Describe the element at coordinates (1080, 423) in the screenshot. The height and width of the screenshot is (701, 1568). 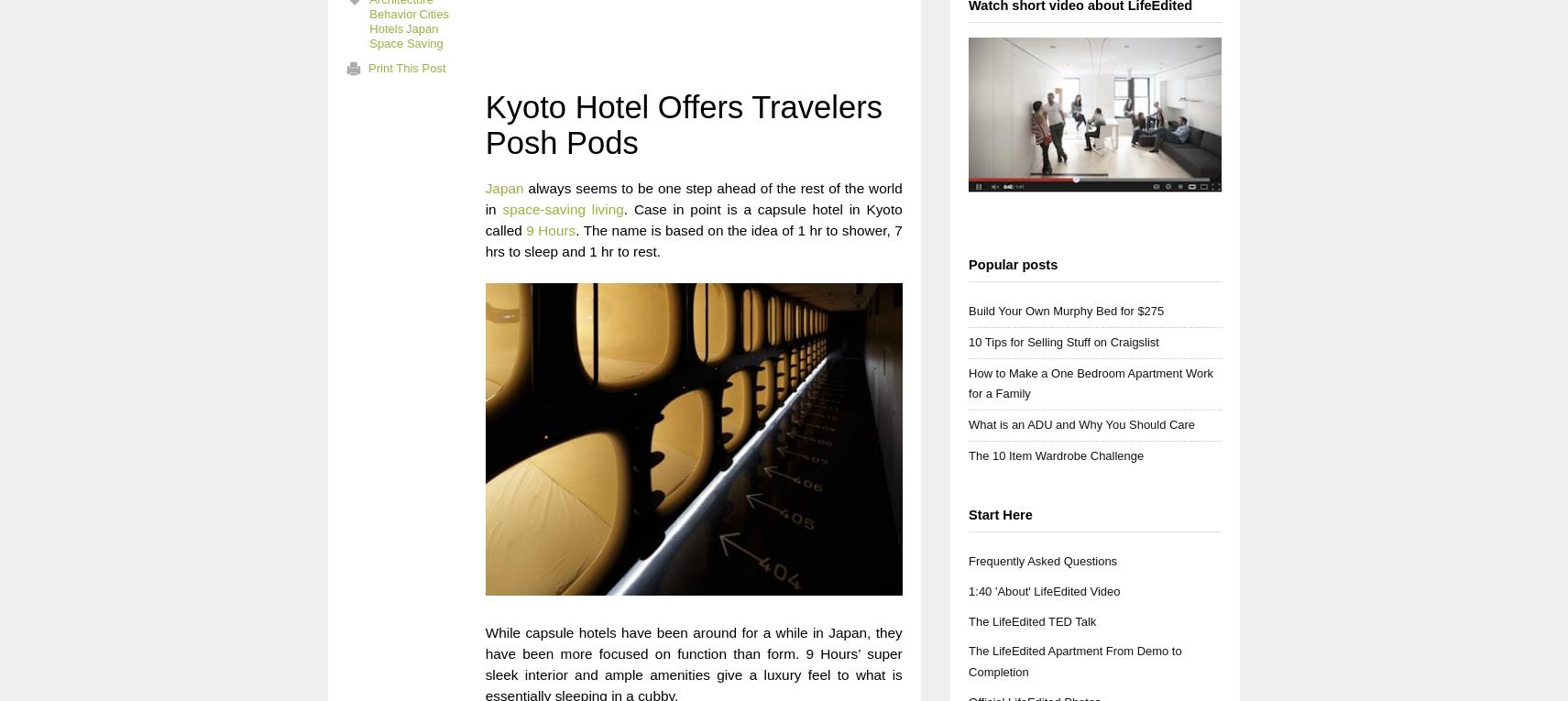
I see `'What is an ADU and Why You Should Care'` at that location.